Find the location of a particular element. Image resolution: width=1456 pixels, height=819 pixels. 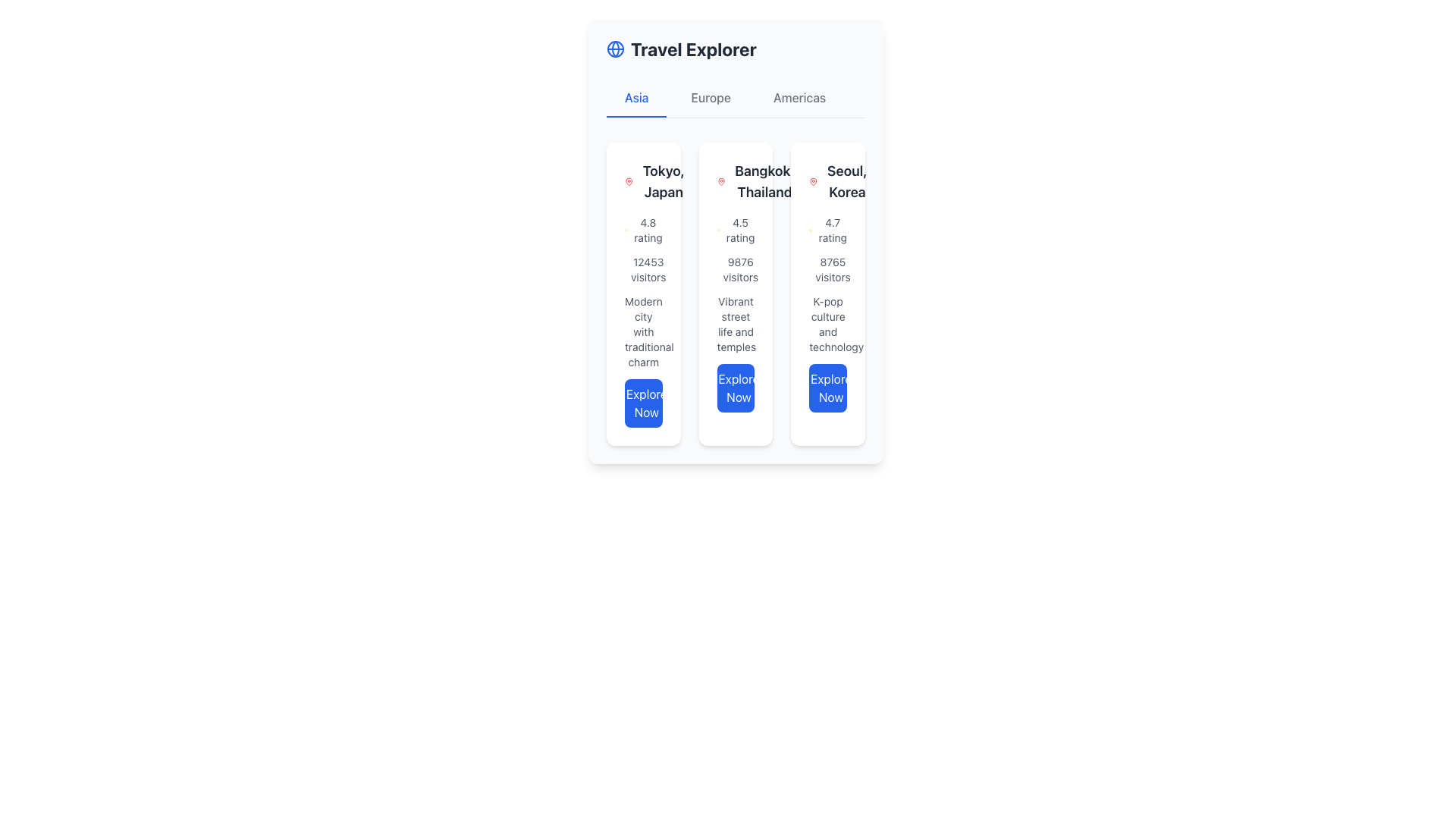

the text label 'Seoul, Korea' which is styled with bold font and a large size, accompanied by a red map pin icon, located in the third column of the destination cards under the 'Asia' tab of the 'Travel Explorer' interface, and navigate is located at coordinates (839, 180).